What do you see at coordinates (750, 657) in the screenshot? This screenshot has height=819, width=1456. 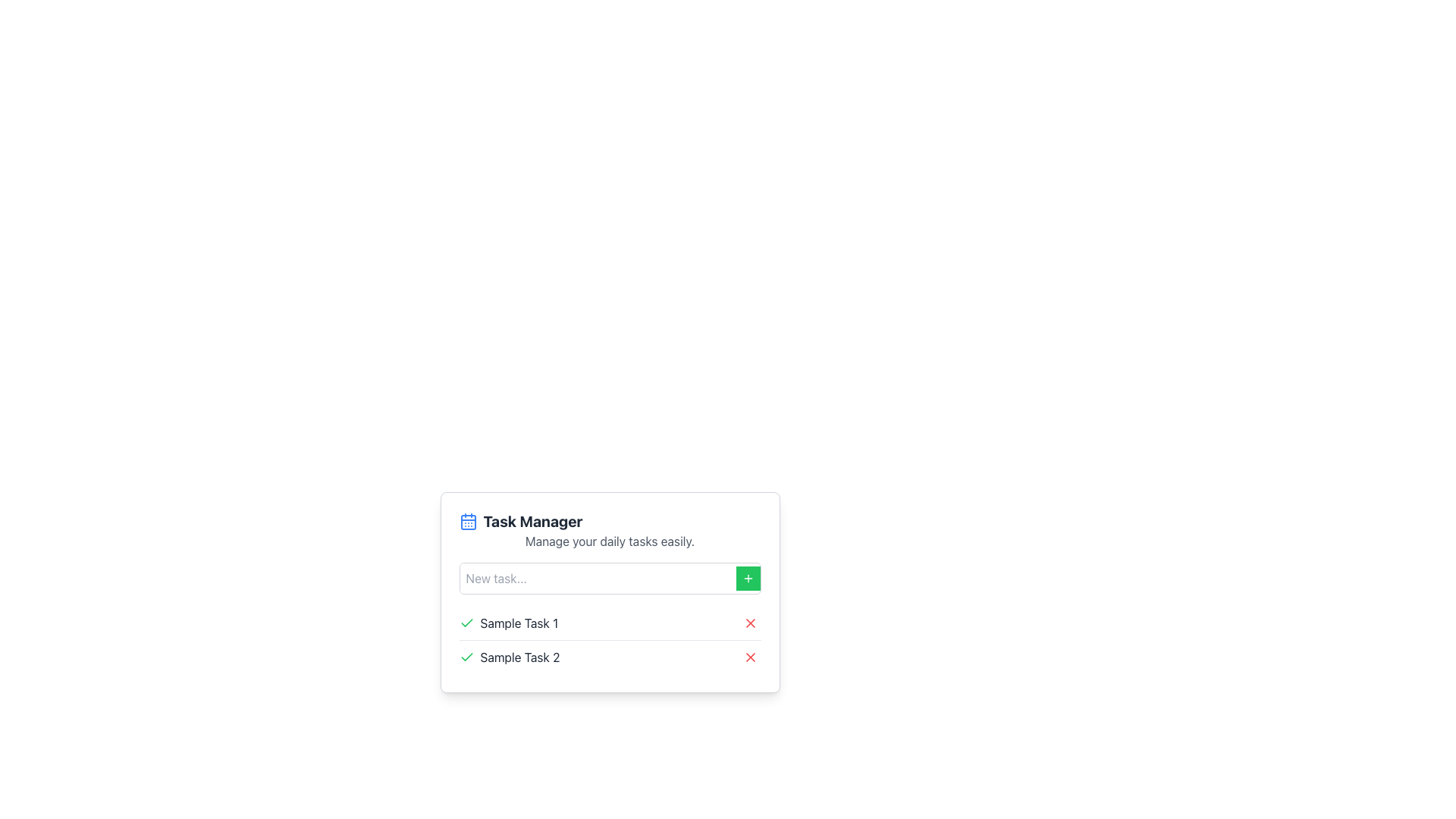 I see `the bold red 'X' icon button located at the far right of the row for 'Sample Task 2'` at bounding box center [750, 657].